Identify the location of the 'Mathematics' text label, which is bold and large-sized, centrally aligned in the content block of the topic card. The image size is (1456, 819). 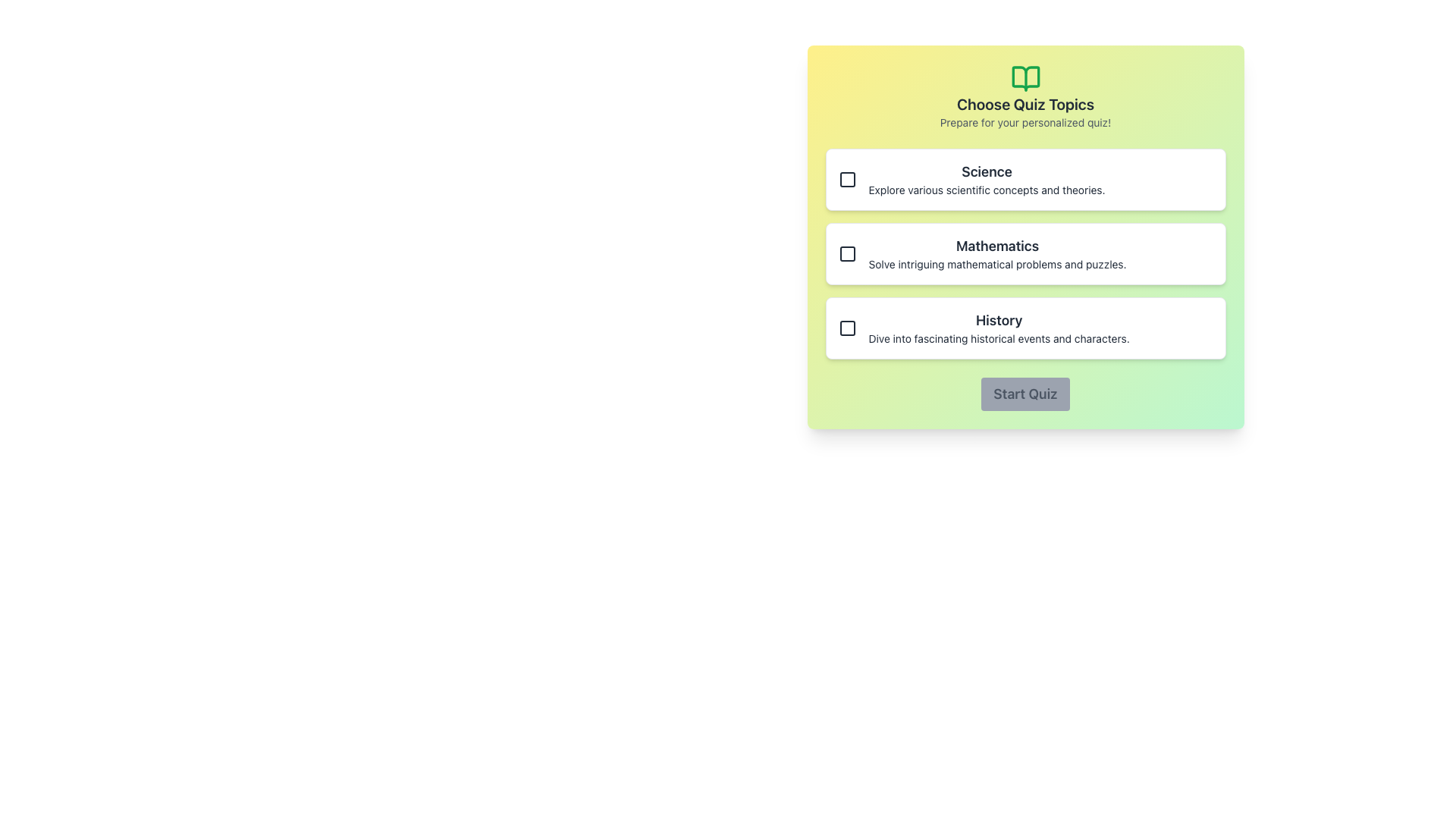
(997, 245).